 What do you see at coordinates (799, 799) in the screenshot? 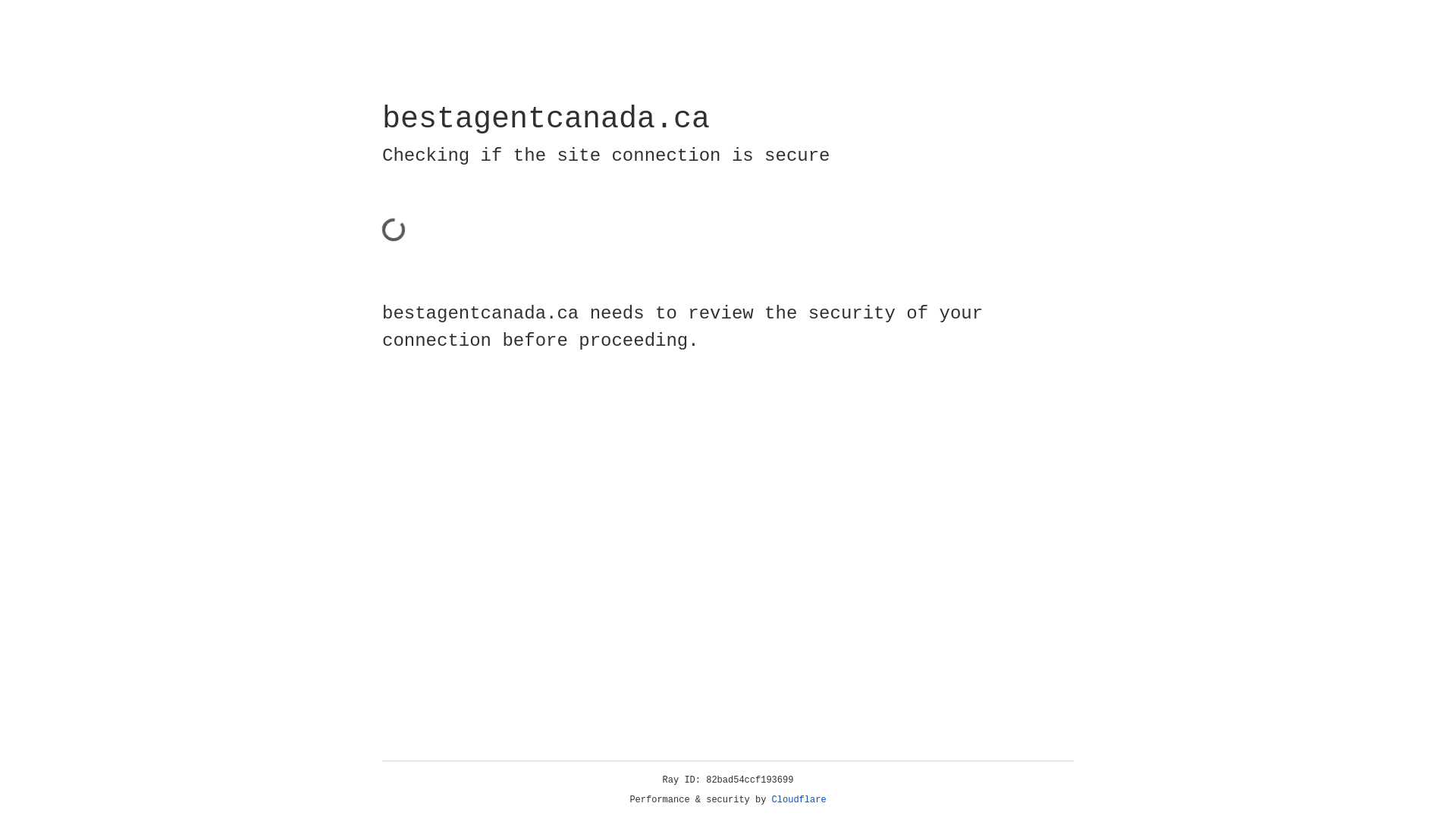
I see `'Cloudflare'` at bounding box center [799, 799].